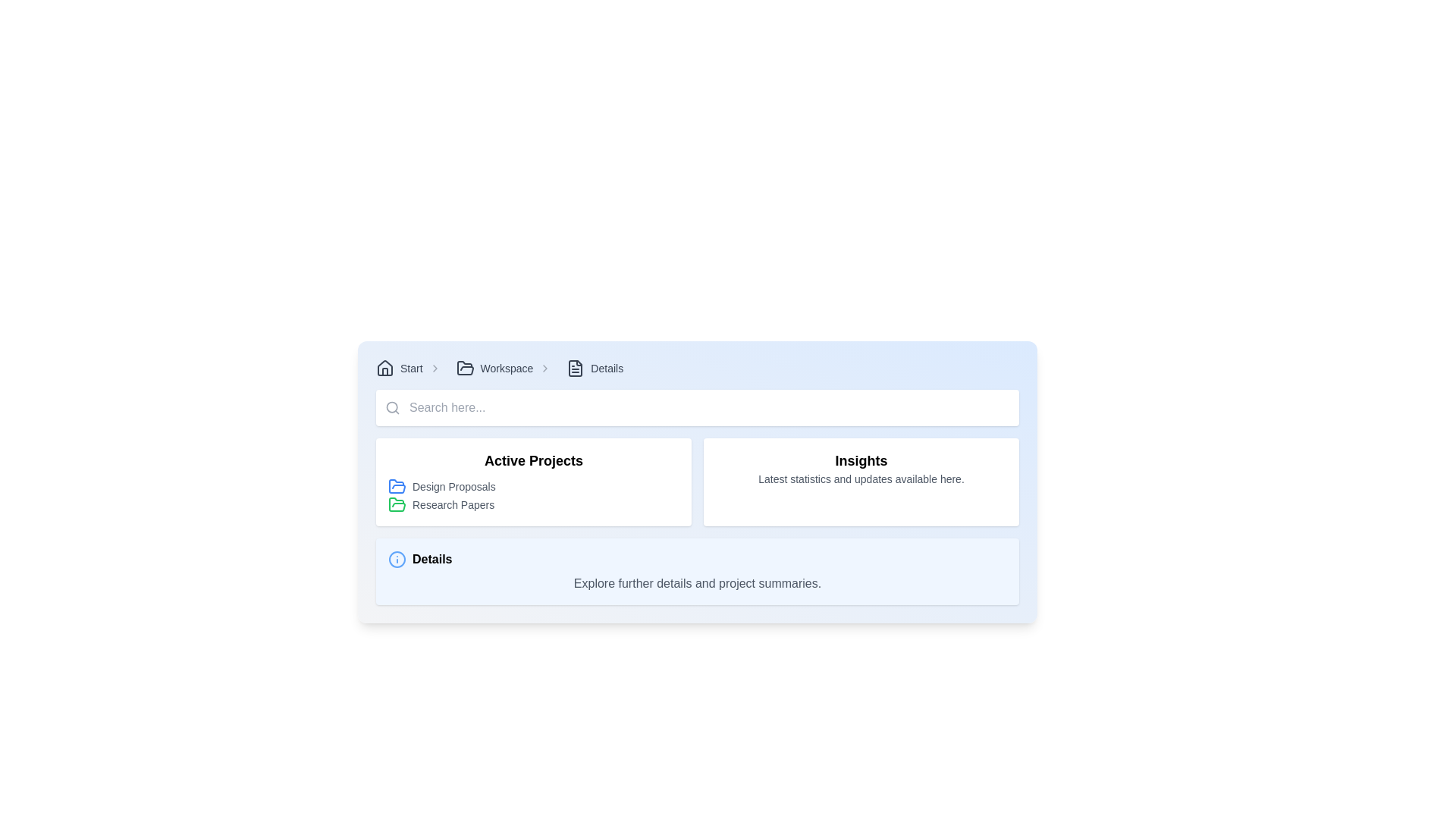 Image resolution: width=1456 pixels, height=819 pixels. What do you see at coordinates (385, 368) in the screenshot?
I see `the house-shaped vector graphic located in the navigational header, part of the breadcrumb area labeled with 'Start', 'Workspace', and 'Details'` at bounding box center [385, 368].